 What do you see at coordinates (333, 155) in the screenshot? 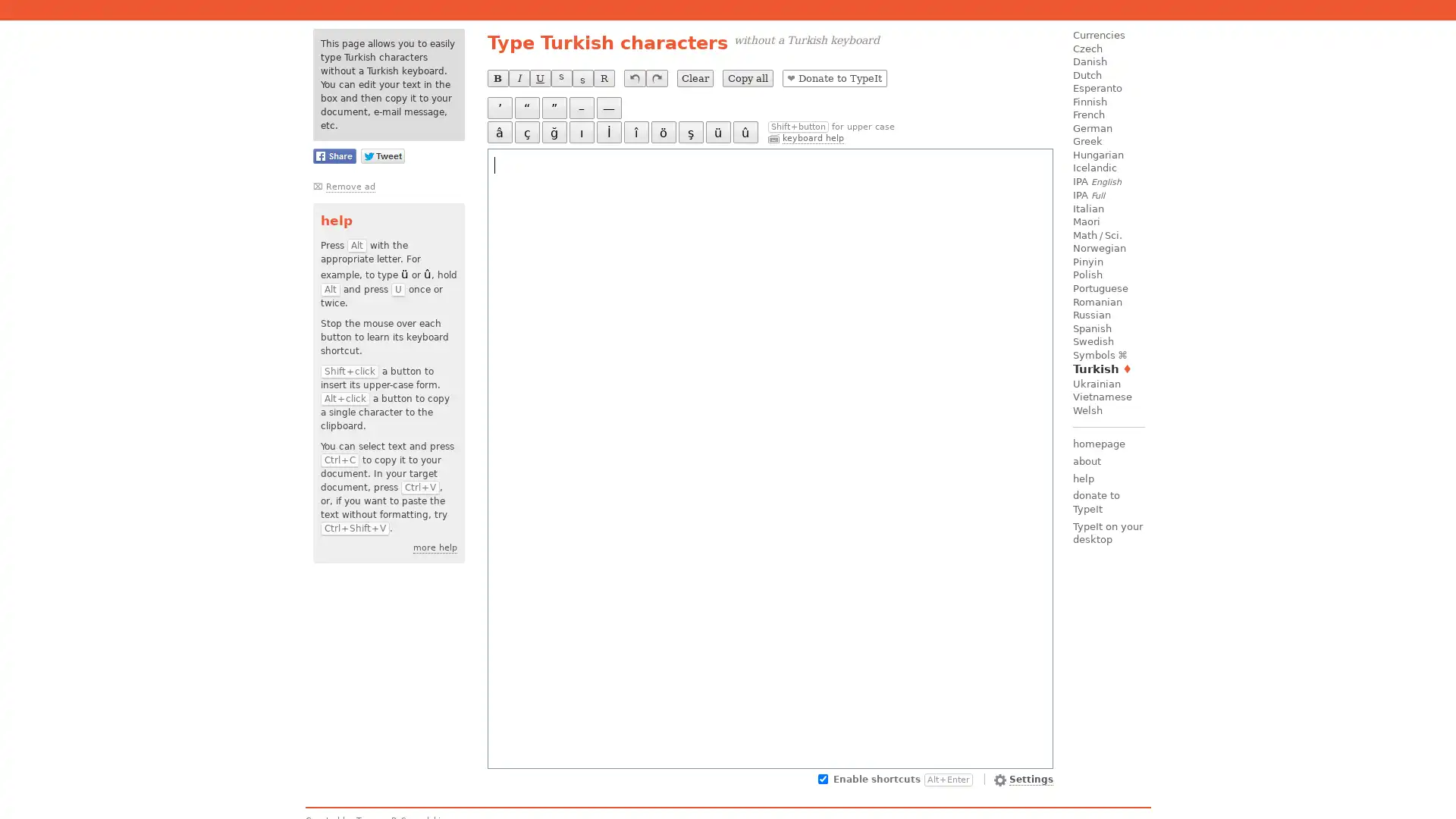
I see `Share this page on Facebook` at bounding box center [333, 155].